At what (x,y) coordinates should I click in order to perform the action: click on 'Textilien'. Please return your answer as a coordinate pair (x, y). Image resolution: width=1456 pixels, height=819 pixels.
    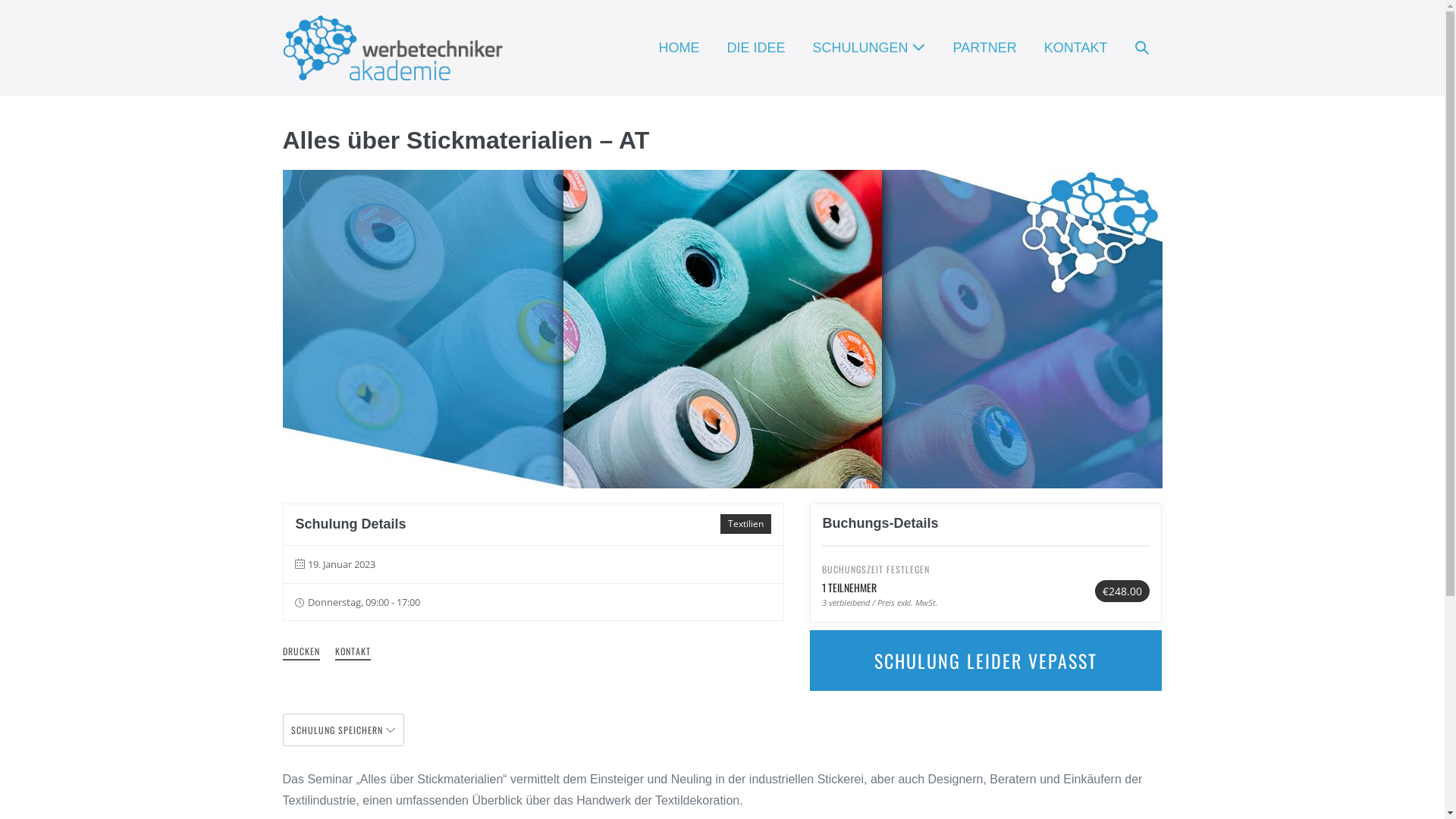
    Looking at the image, I should click on (745, 522).